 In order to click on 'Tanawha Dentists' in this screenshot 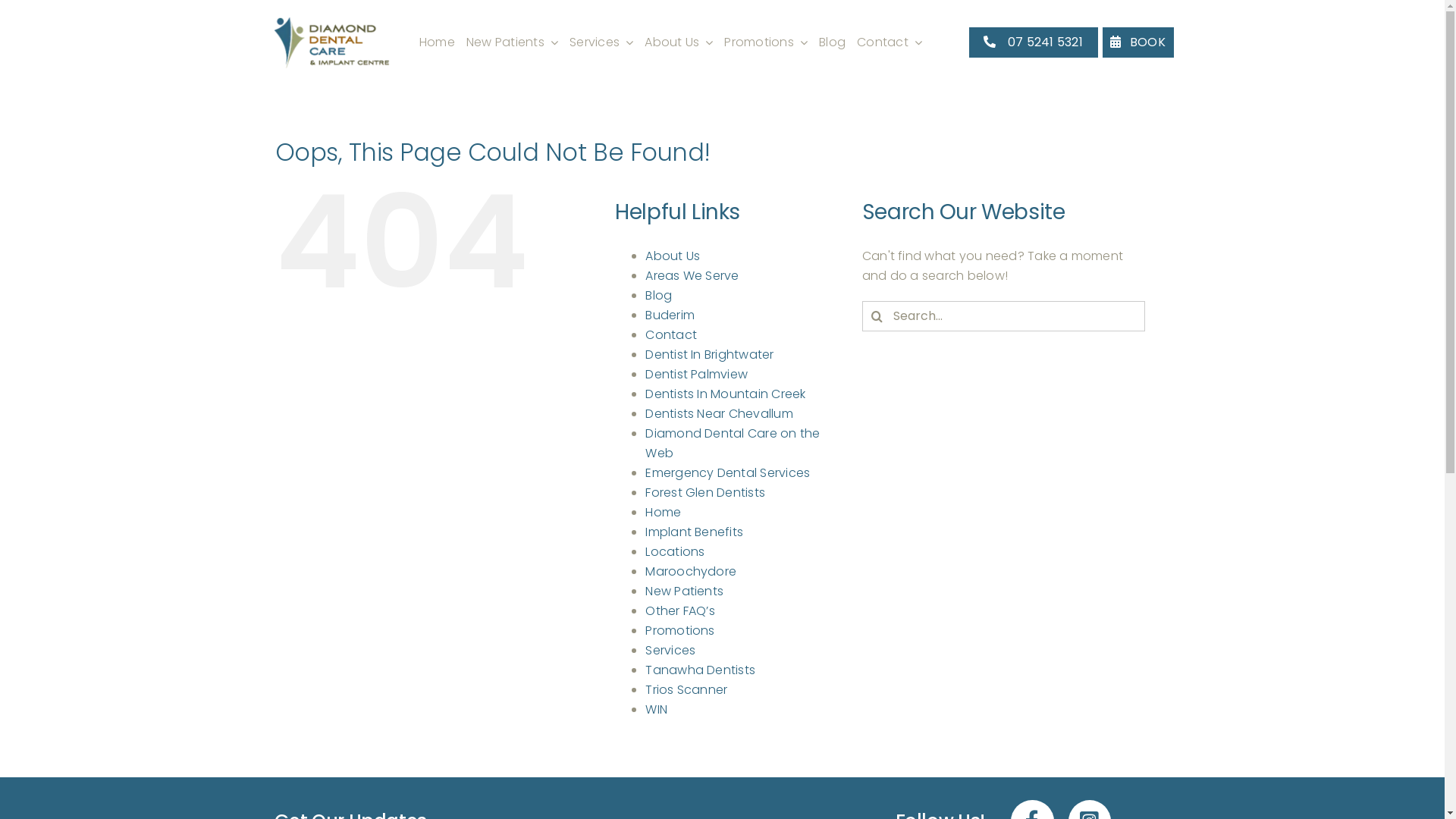, I will do `click(645, 669)`.